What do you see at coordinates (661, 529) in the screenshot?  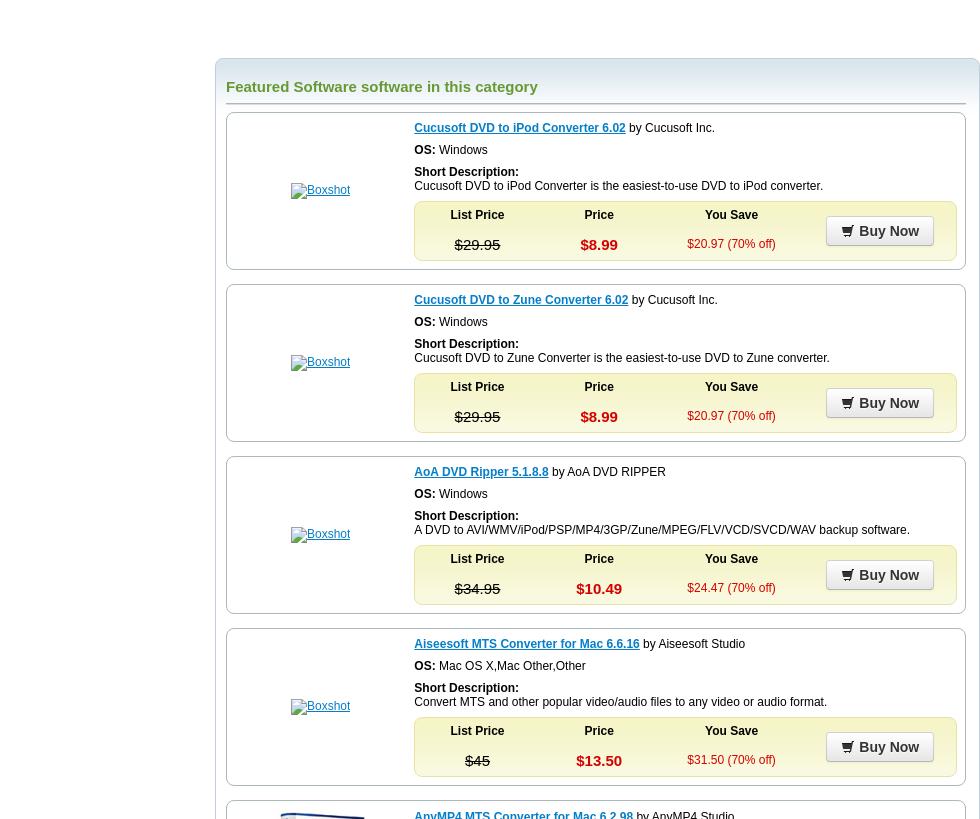 I see `'A DVD to AVI/WMV/iPod/PSP/MP4/3GP/Zune/MPEG/FLV/VCD/SVCD/WAV backup software.'` at bounding box center [661, 529].